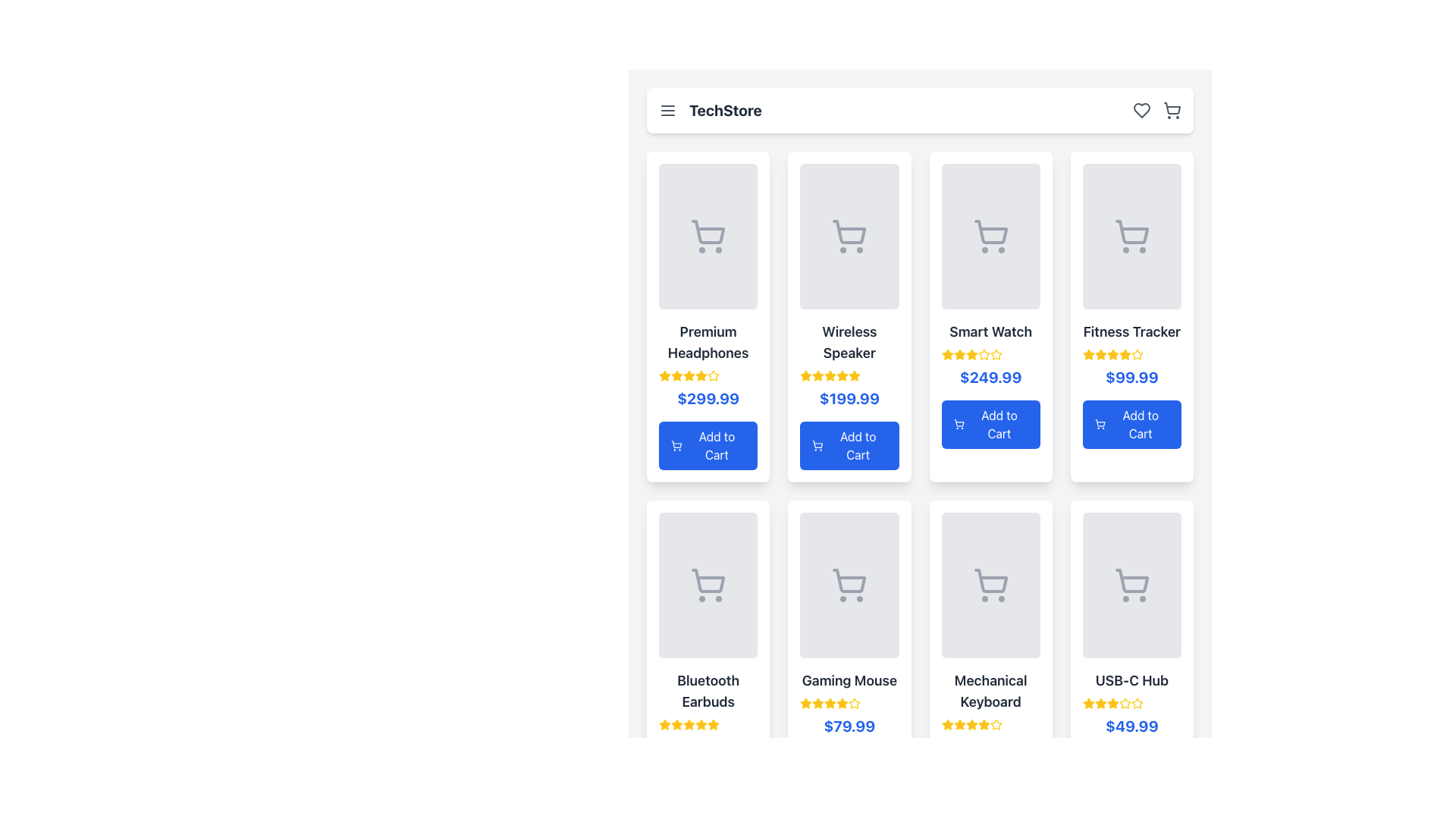  What do you see at coordinates (817, 444) in the screenshot?
I see `the shopping cart icon embedded within the 'Add to Cart' button for the 'Wireless Speaker' product, located in the second column of the grid in the first row` at bounding box center [817, 444].